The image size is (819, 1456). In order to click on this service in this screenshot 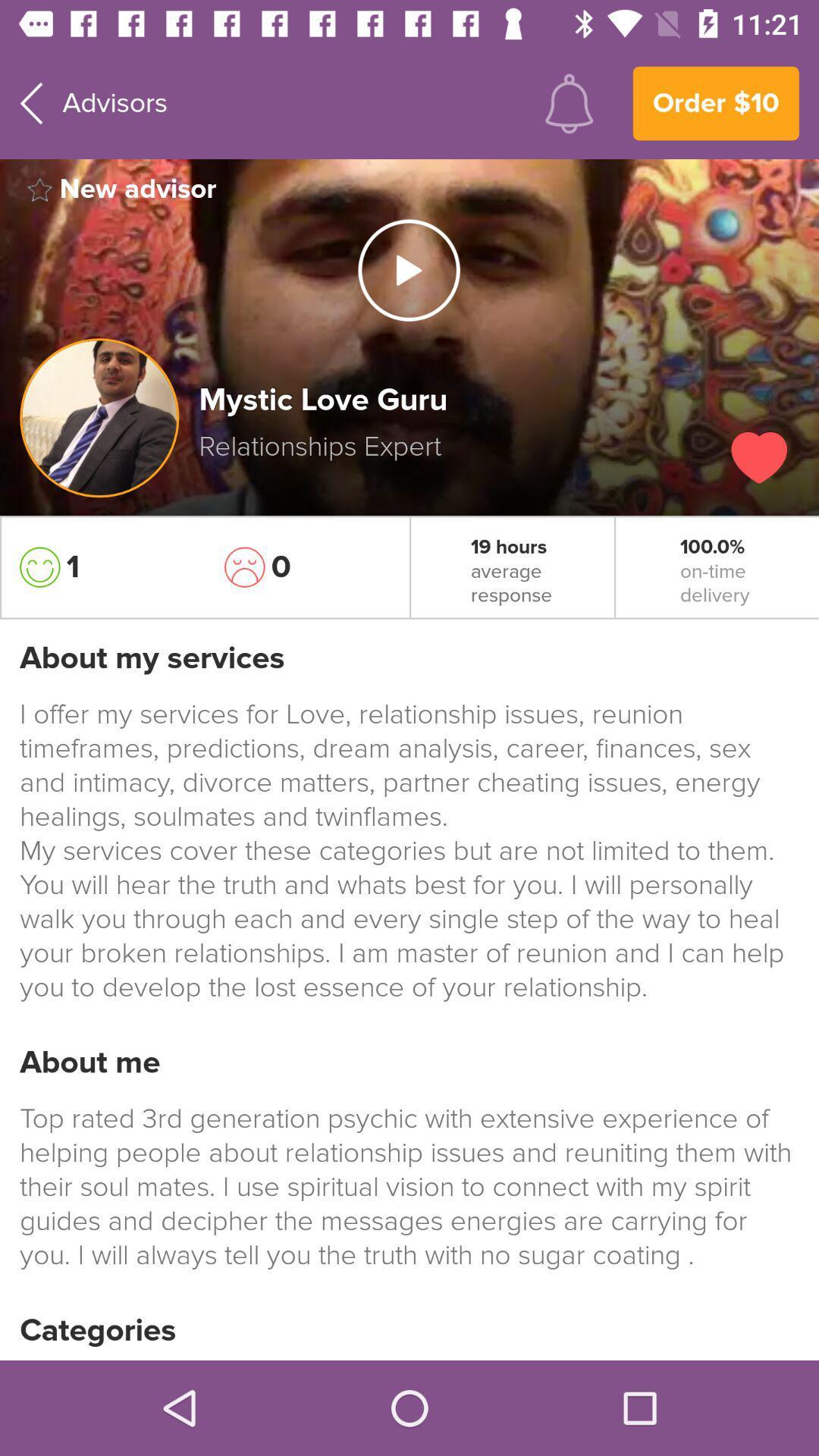, I will do `click(759, 457)`.